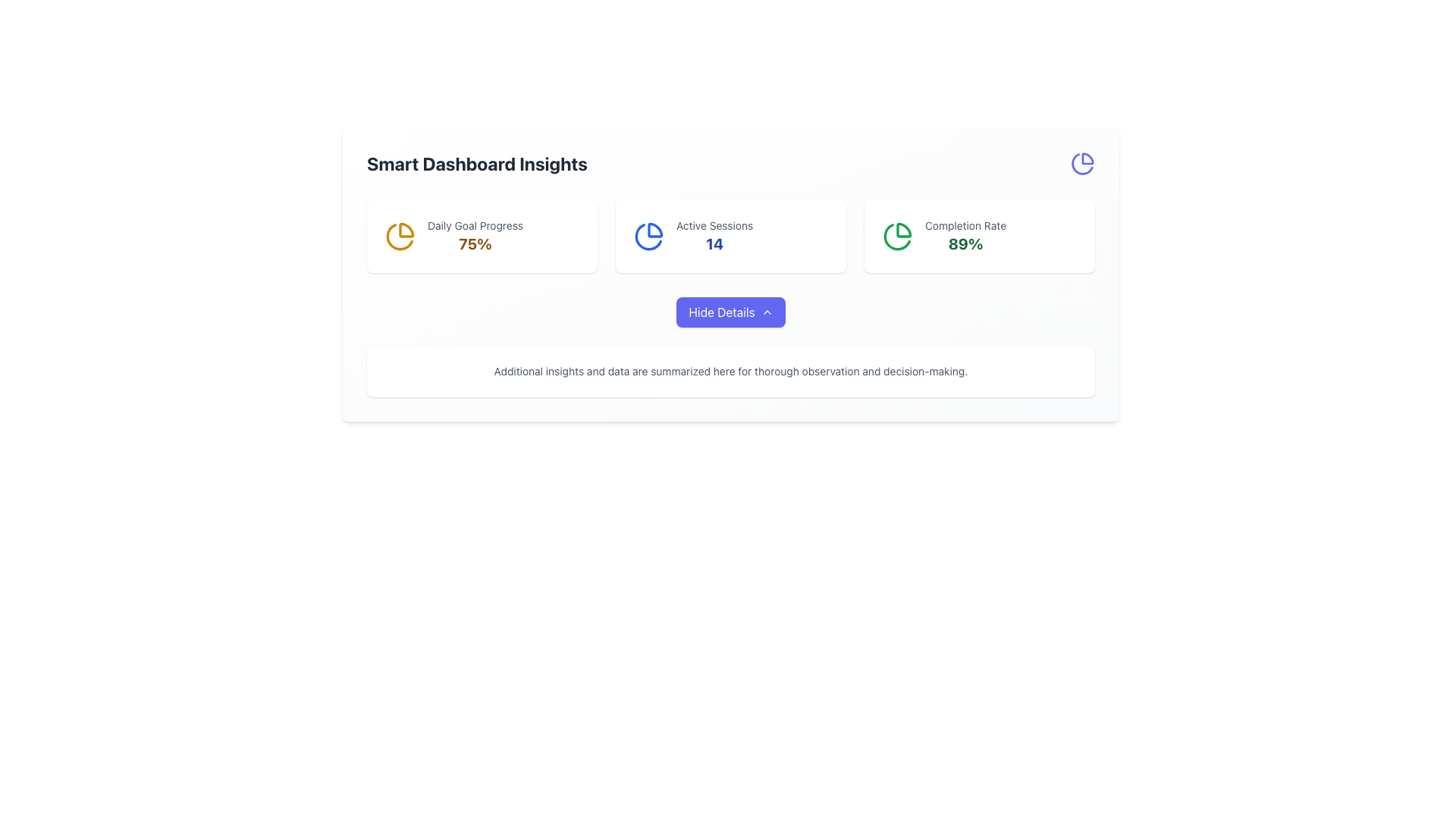  What do you see at coordinates (965, 225) in the screenshot?
I see `the Text label indicating 'Completion Rate' located at the top-right section of the card above the value '89%'` at bounding box center [965, 225].